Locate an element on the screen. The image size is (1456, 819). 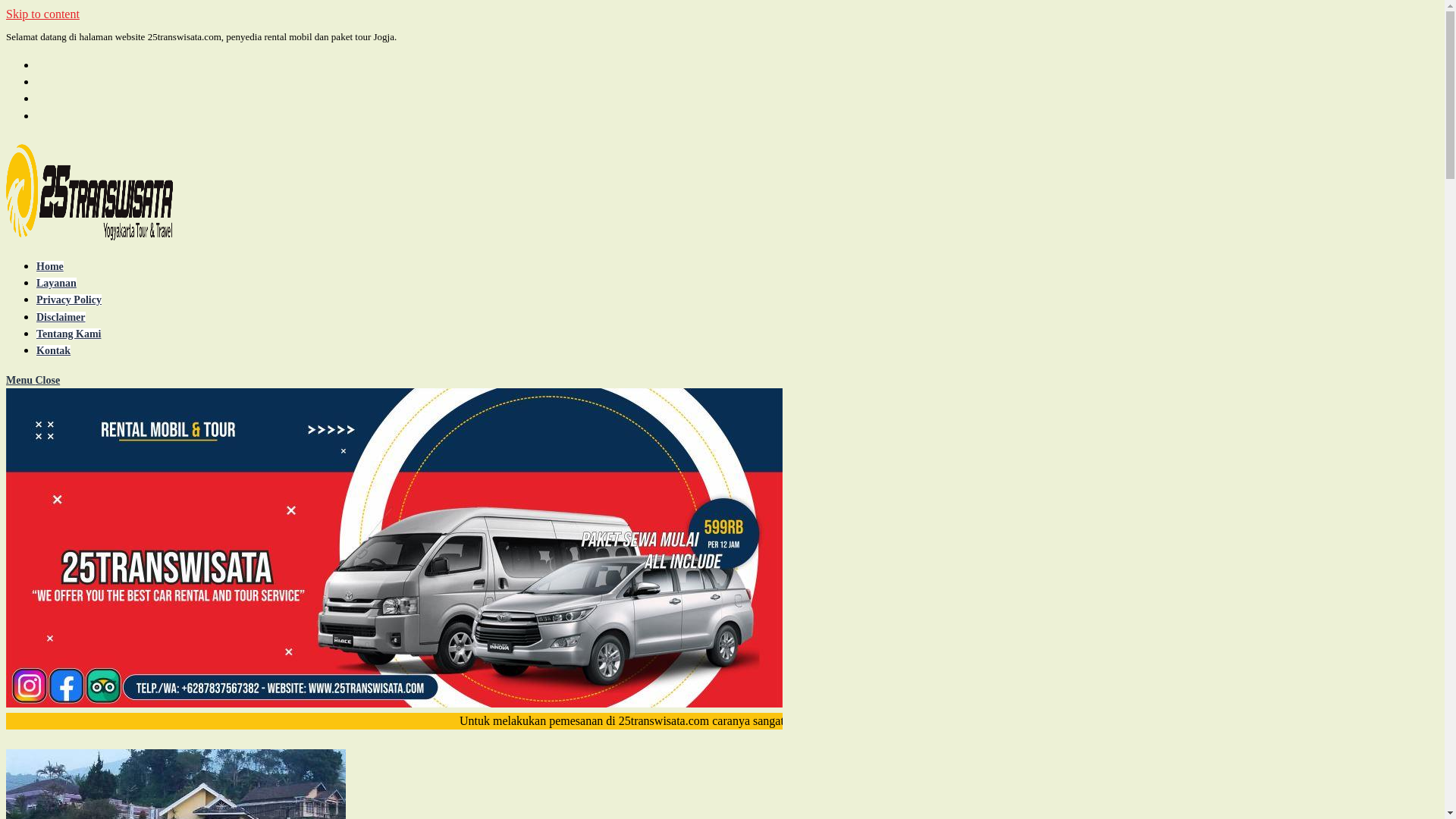
'Layanan' is located at coordinates (56, 283).